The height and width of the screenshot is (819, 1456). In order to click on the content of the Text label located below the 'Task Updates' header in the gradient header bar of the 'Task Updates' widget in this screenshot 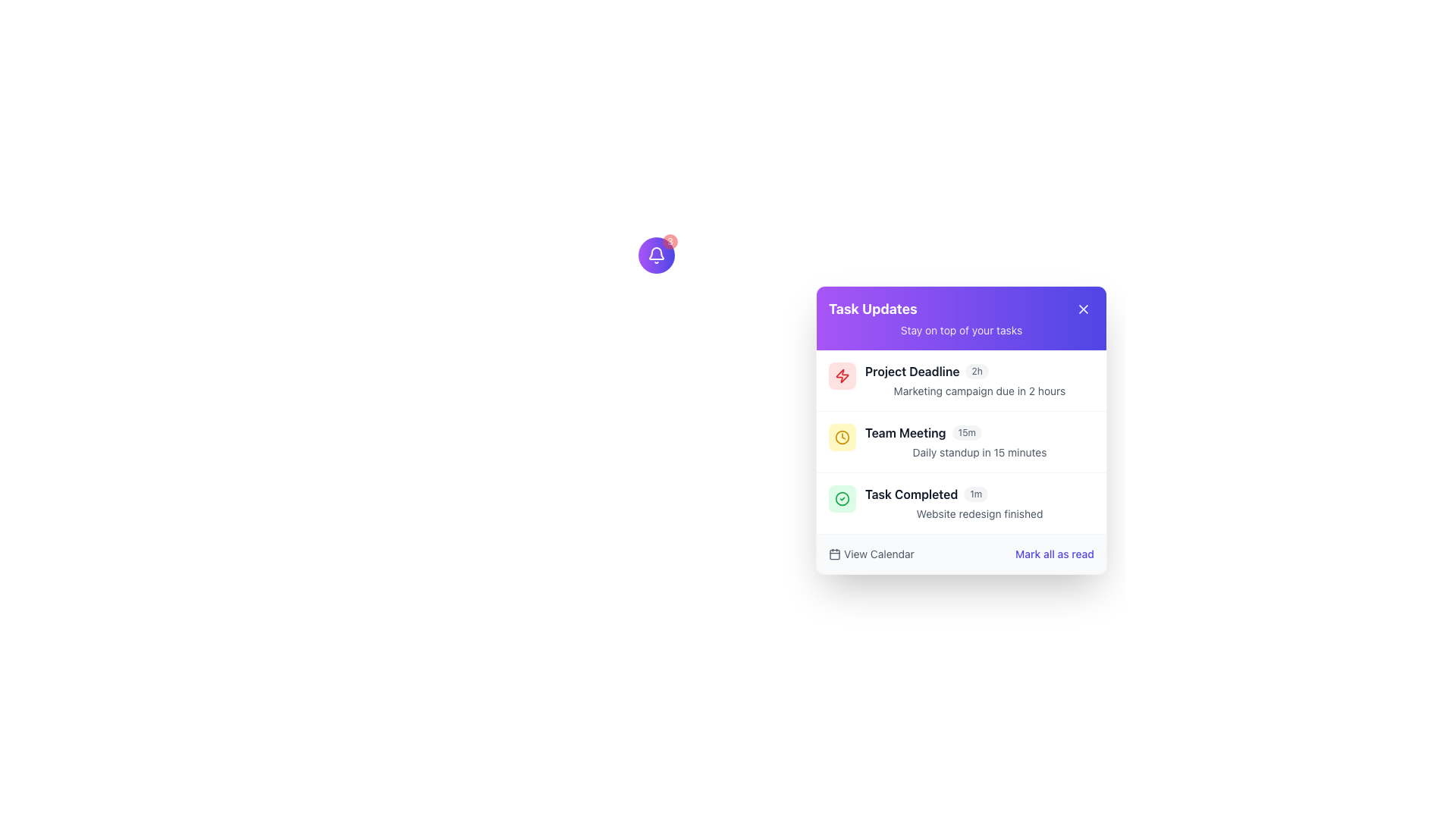, I will do `click(960, 329)`.